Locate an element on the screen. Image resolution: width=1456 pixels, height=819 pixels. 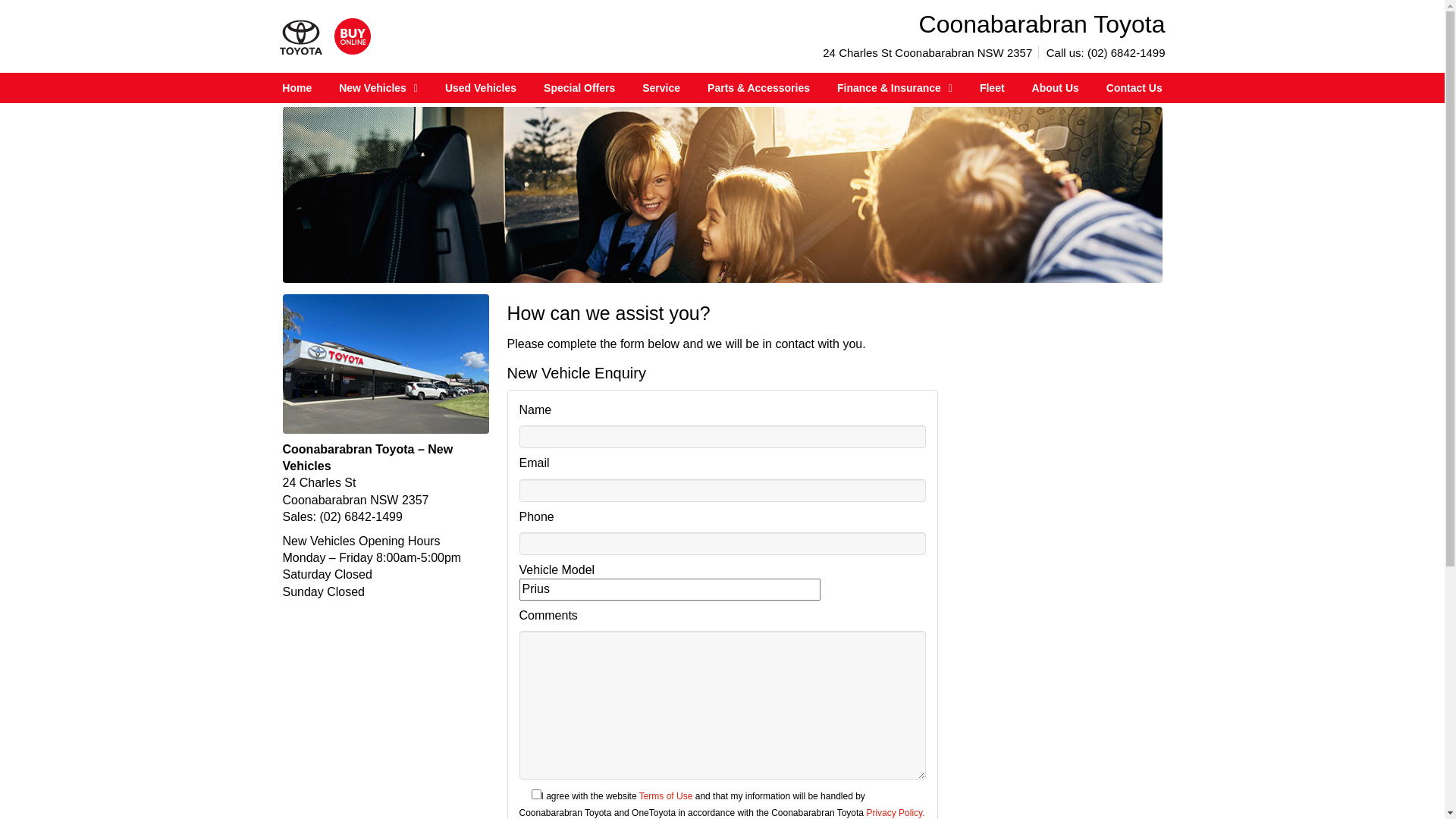
'About Us' is located at coordinates (1055, 87).